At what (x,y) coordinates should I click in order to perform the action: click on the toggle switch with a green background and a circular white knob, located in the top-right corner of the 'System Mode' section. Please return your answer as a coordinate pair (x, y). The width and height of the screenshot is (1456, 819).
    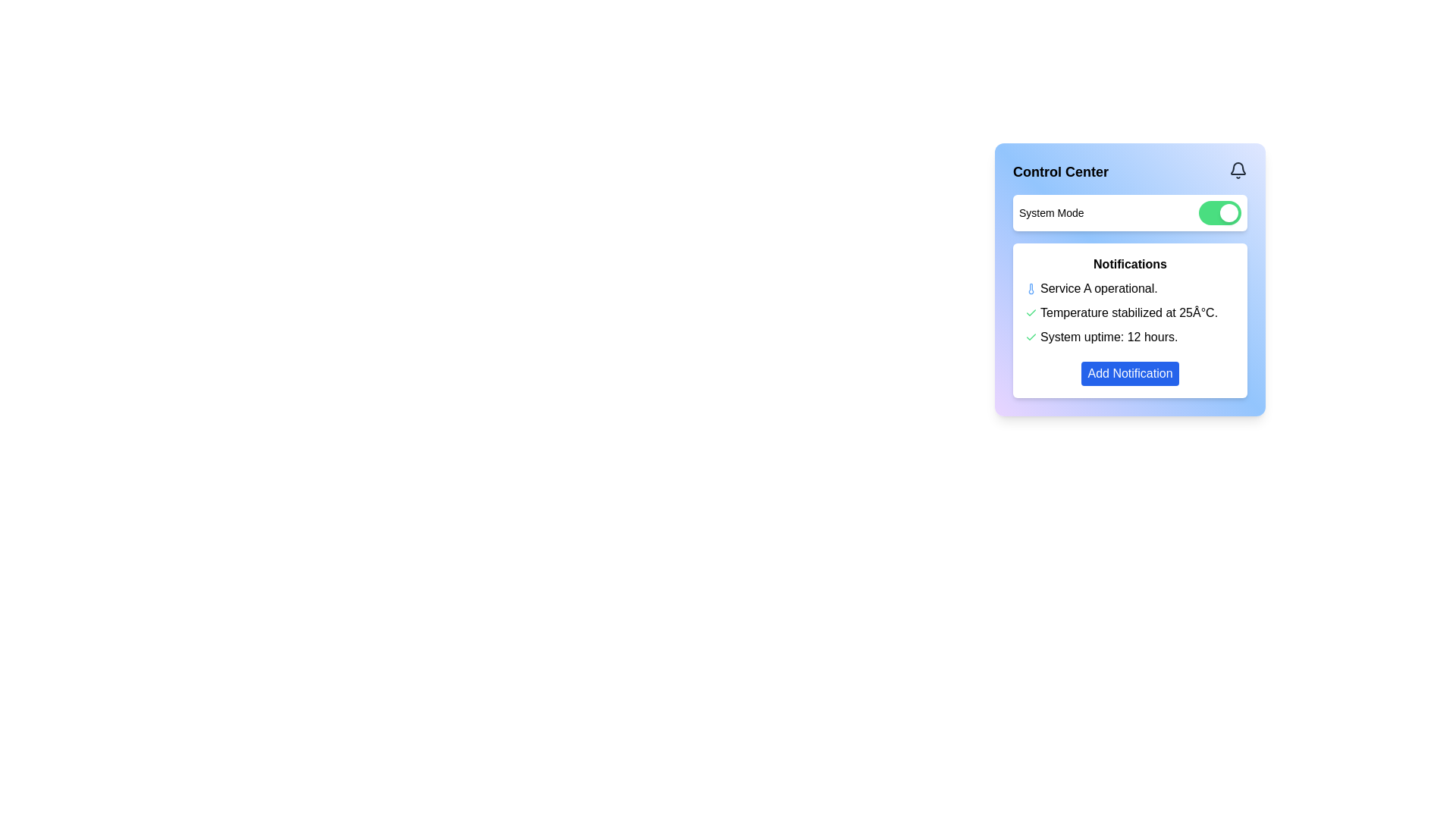
    Looking at the image, I should click on (1219, 213).